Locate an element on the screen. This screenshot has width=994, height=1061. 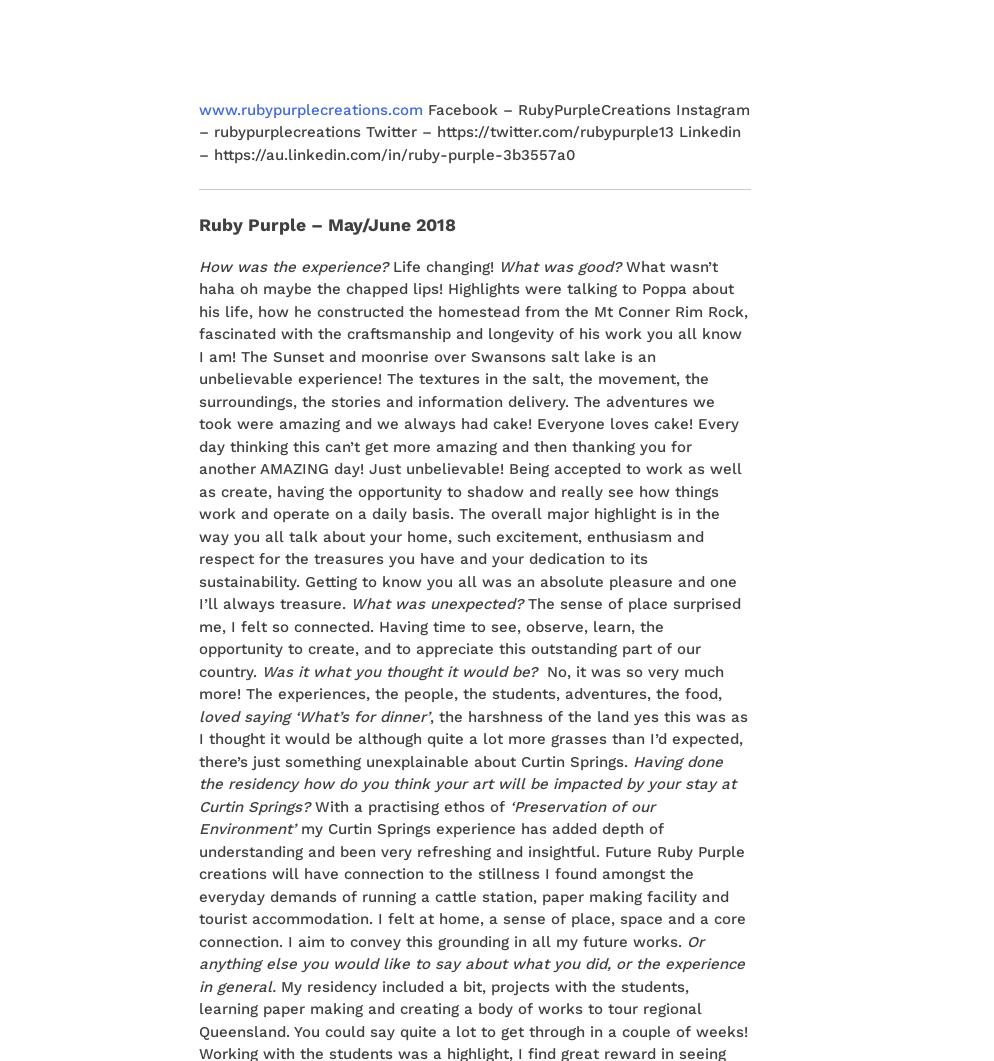
'Having done the residency how do you think your art will be impacted by your stay at Curtin Springs?' is located at coordinates (466, 783).